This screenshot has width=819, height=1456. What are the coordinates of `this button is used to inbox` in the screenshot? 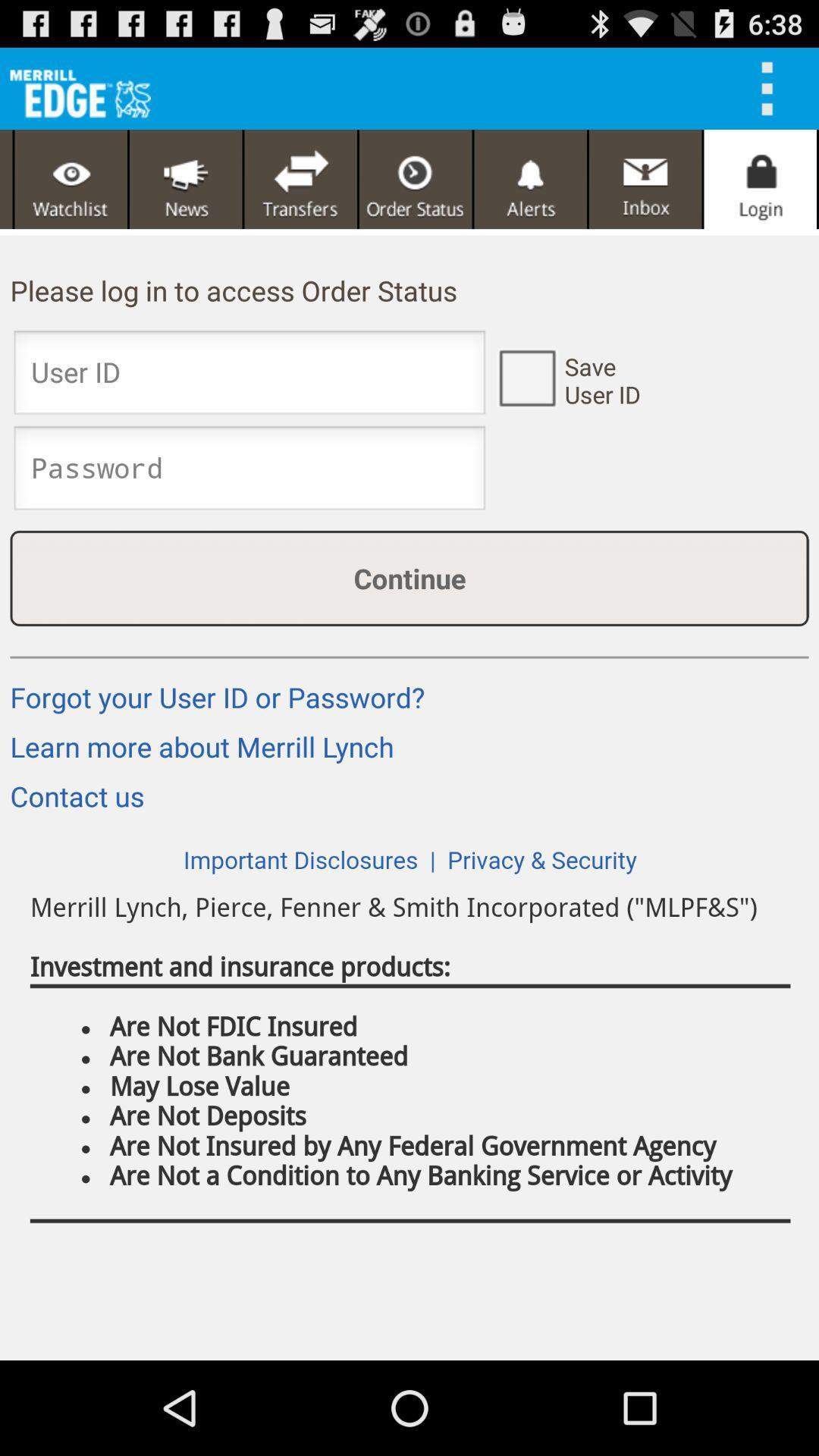 It's located at (645, 179).